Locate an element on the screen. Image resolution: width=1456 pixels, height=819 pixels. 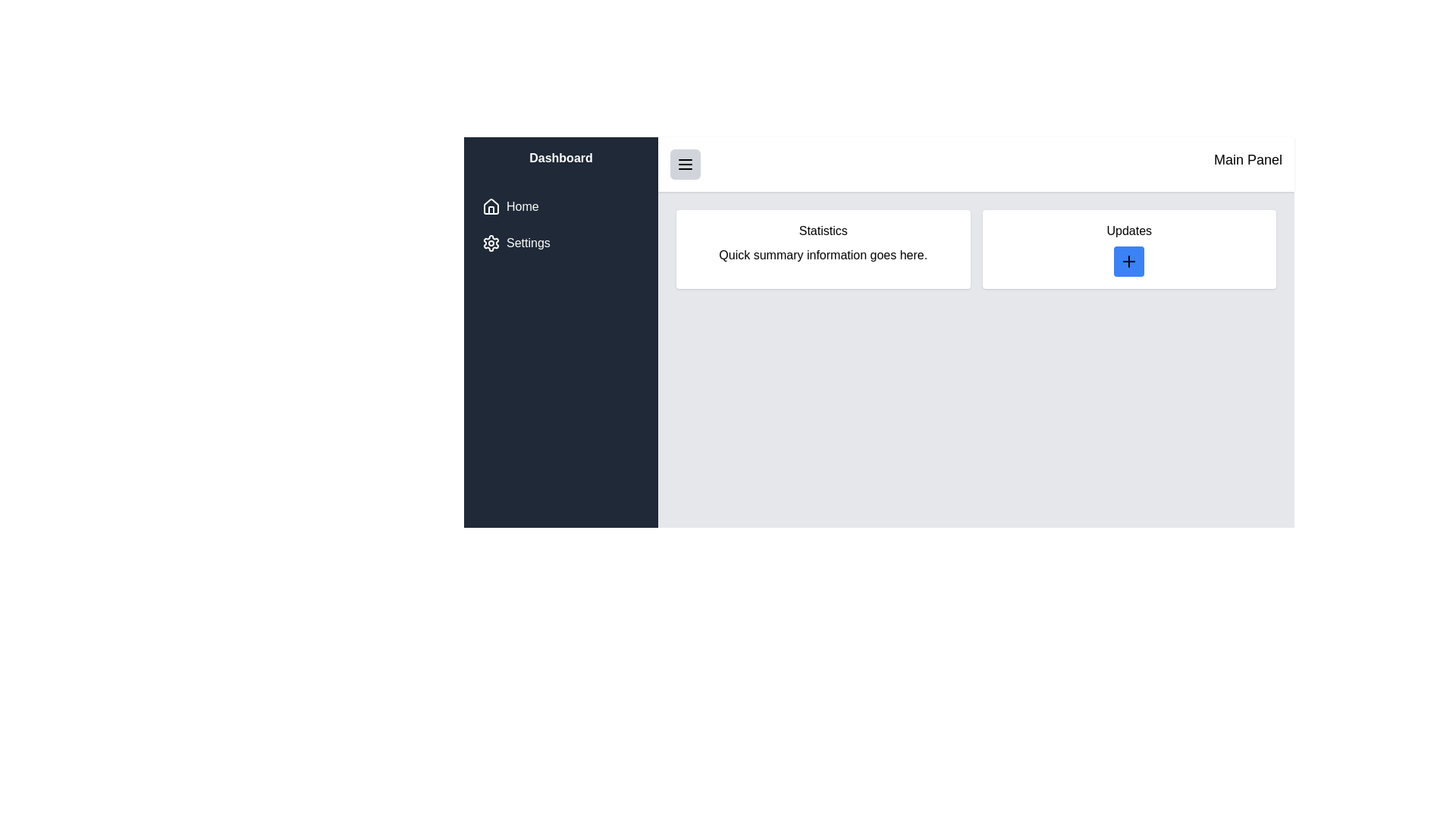
the cogwheel icon representing settings, located in the left-side navigation panel is located at coordinates (491, 242).